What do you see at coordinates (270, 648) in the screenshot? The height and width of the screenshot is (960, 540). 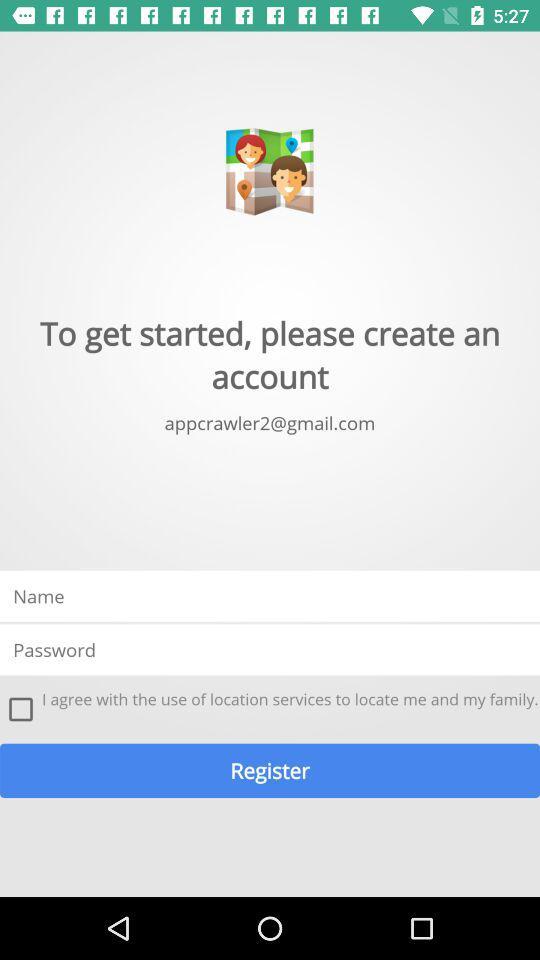 I see `password` at bounding box center [270, 648].